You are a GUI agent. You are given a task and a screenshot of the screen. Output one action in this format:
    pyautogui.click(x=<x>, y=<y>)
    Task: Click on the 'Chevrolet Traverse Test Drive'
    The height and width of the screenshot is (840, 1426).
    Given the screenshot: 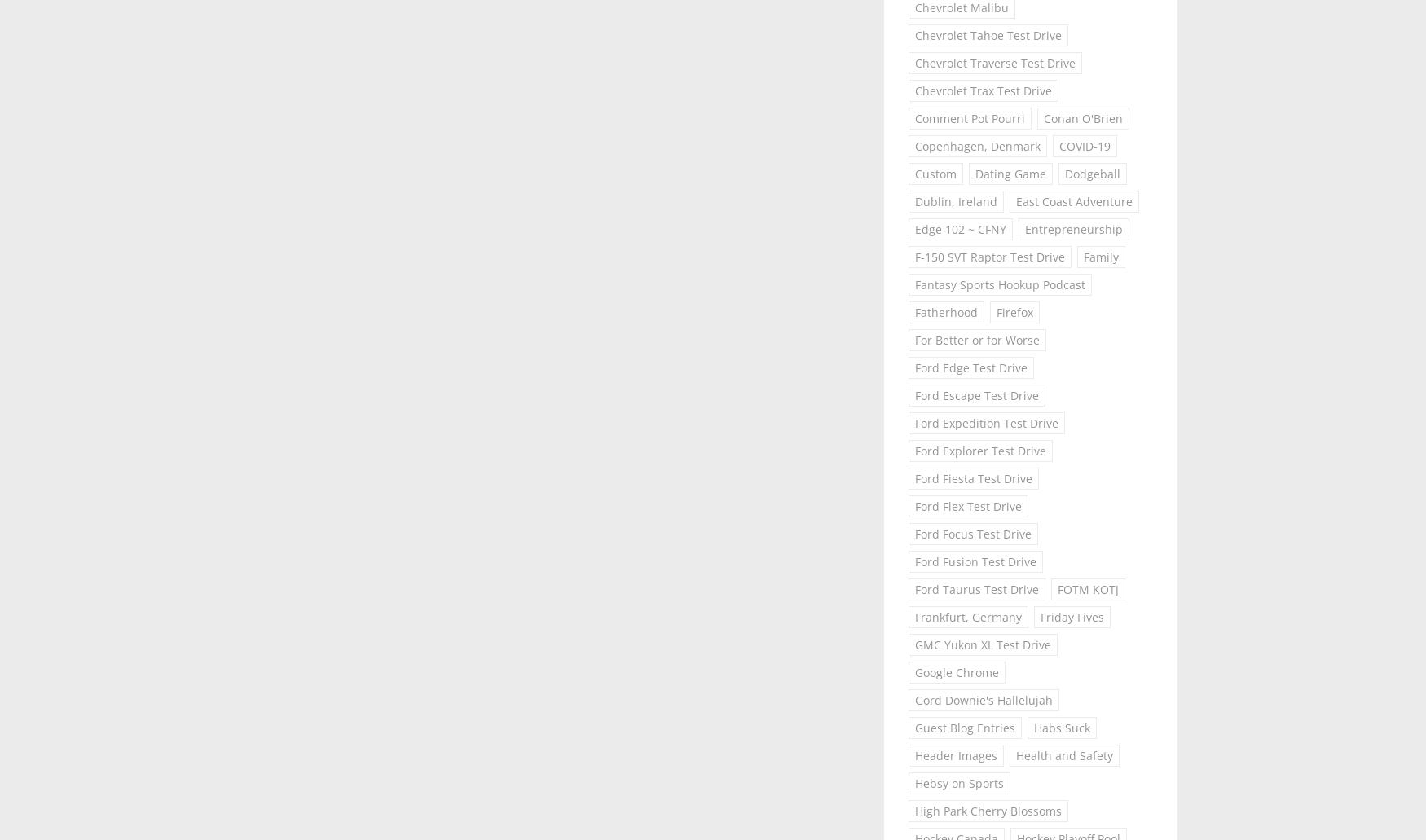 What is the action you would take?
    pyautogui.click(x=914, y=62)
    